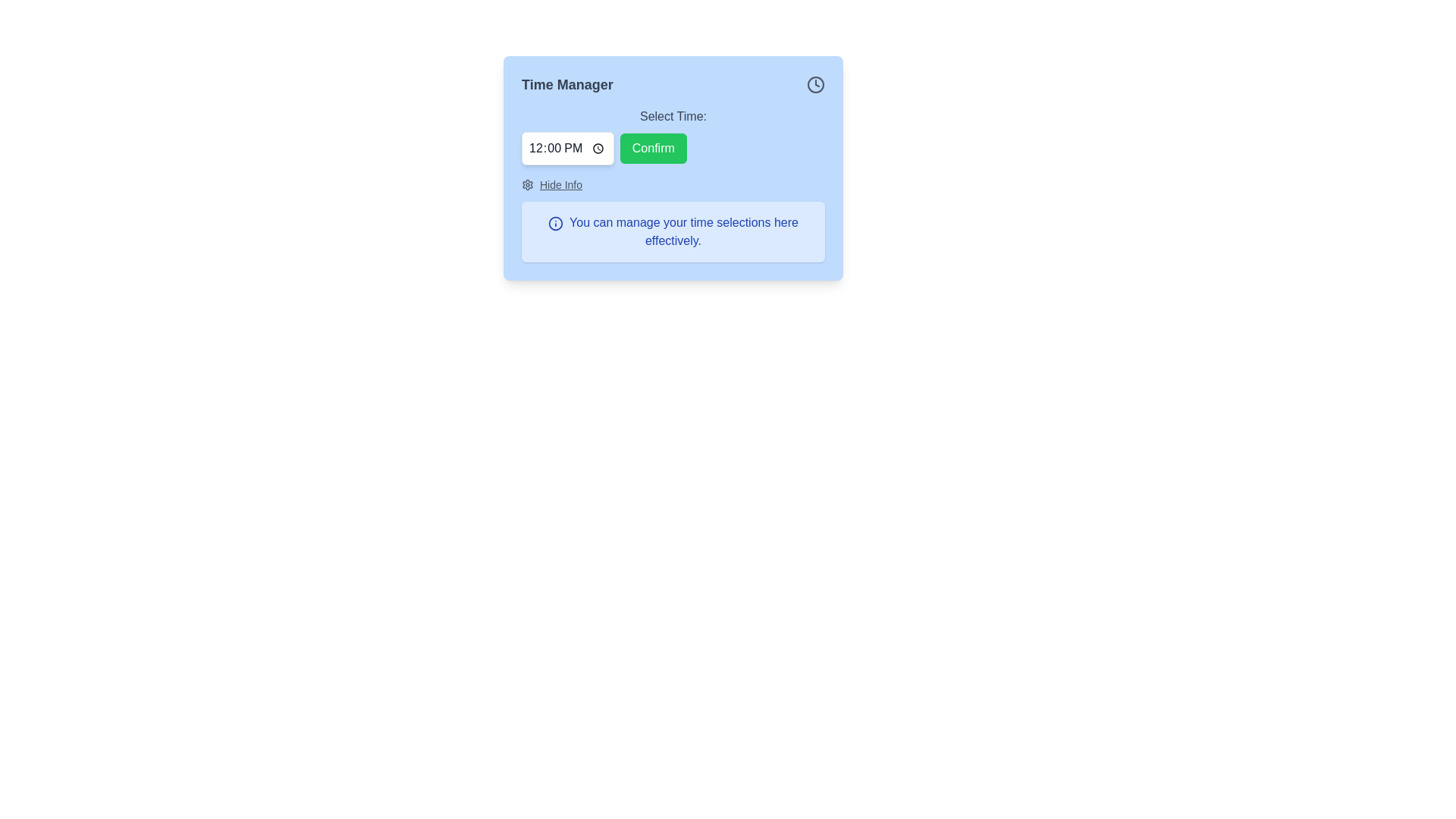 The width and height of the screenshot is (1456, 819). I want to click on the static informational notification box with a blue background and rounded corners that contains the message 'You can manage your time selections here effectively.', so click(673, 231).